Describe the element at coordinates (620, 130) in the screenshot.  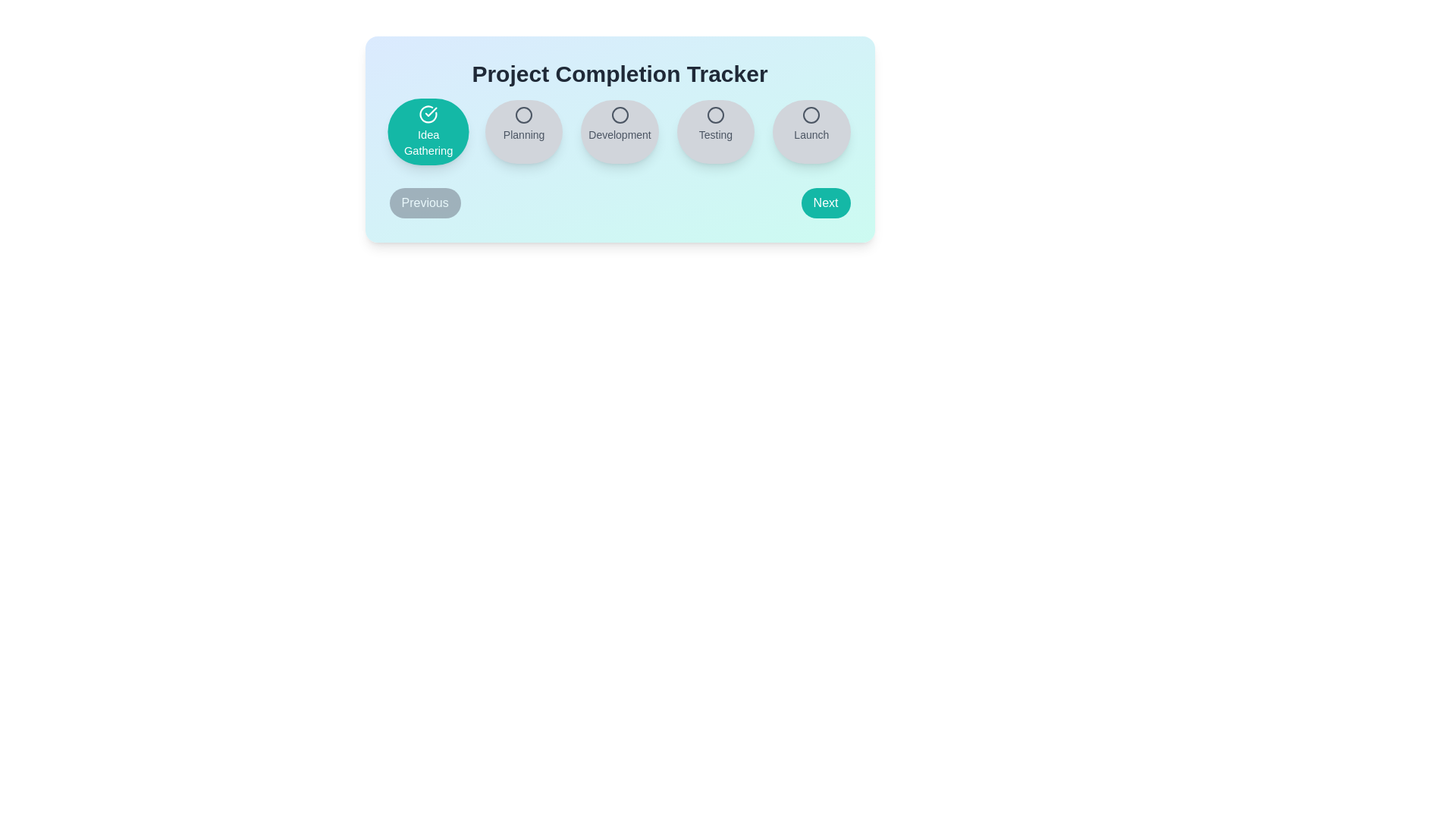
I see `the circular button labeled 'Development' with a light gray background, positioned below the heading 'Project Completion Tracker'` at that location.